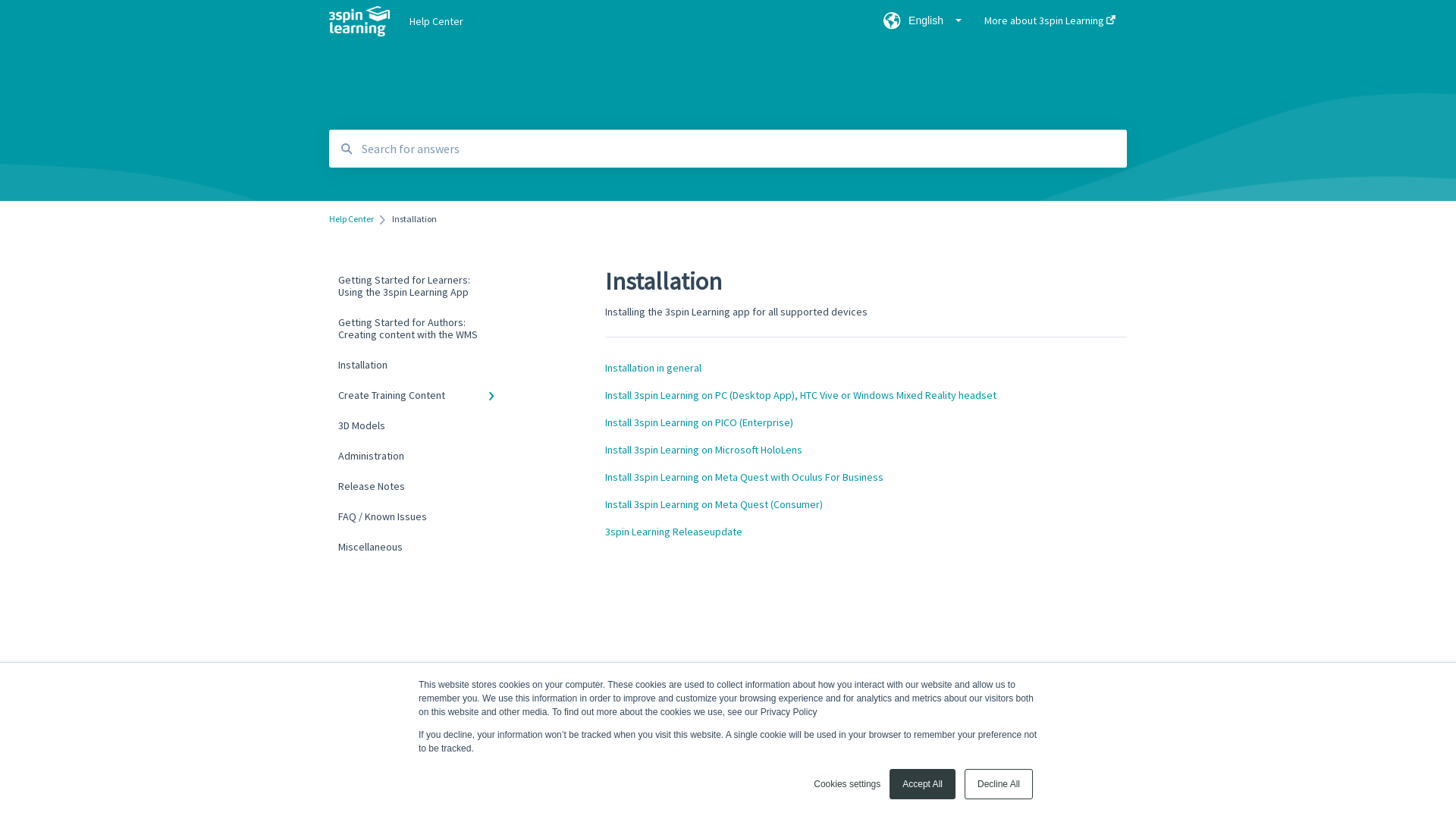  I want to click on 'Getting Started for Learners: Using the 3spin Learning App', so click(419, 286).